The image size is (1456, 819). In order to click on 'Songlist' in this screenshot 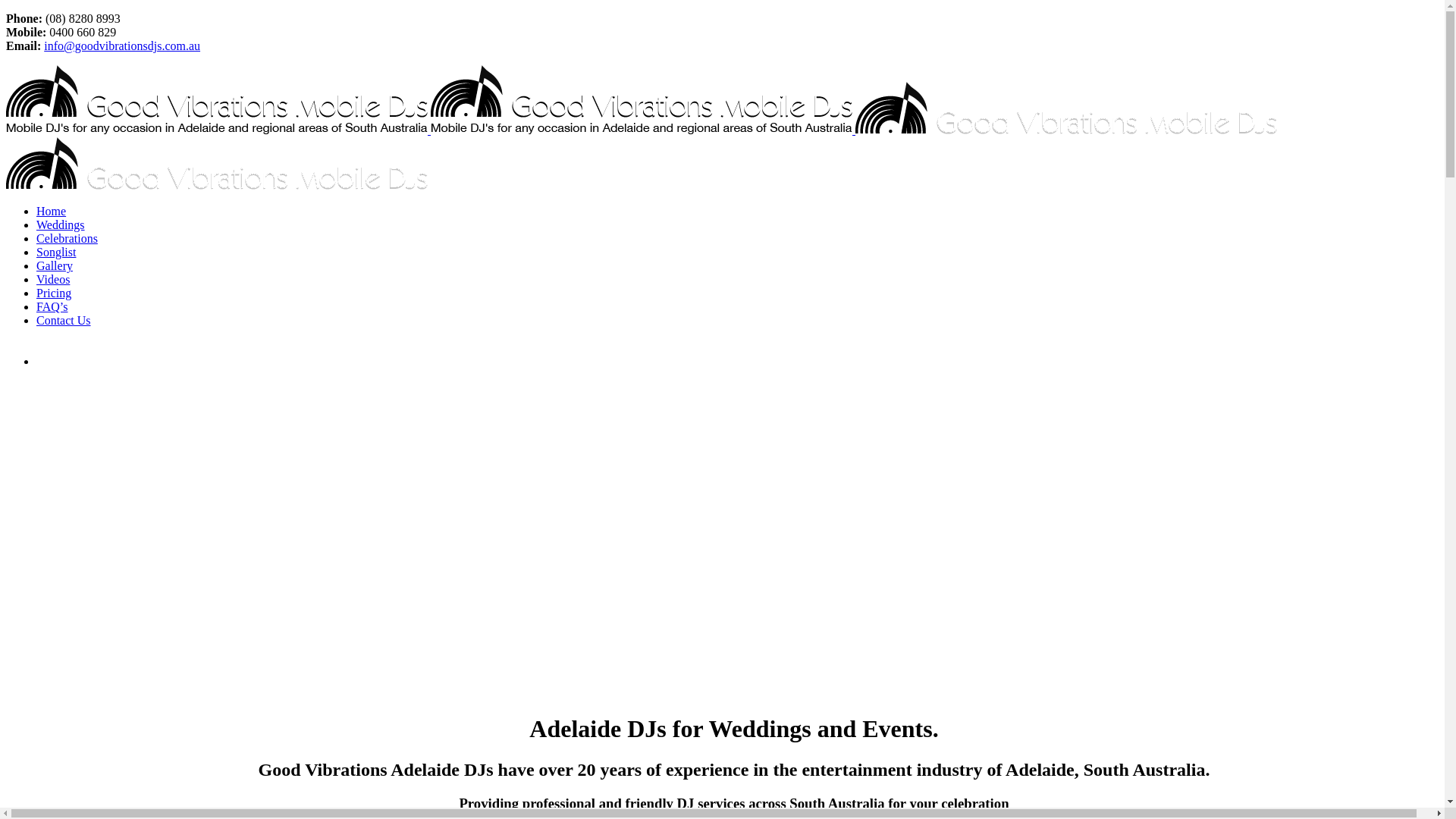, I will do `click(55, 251)`.